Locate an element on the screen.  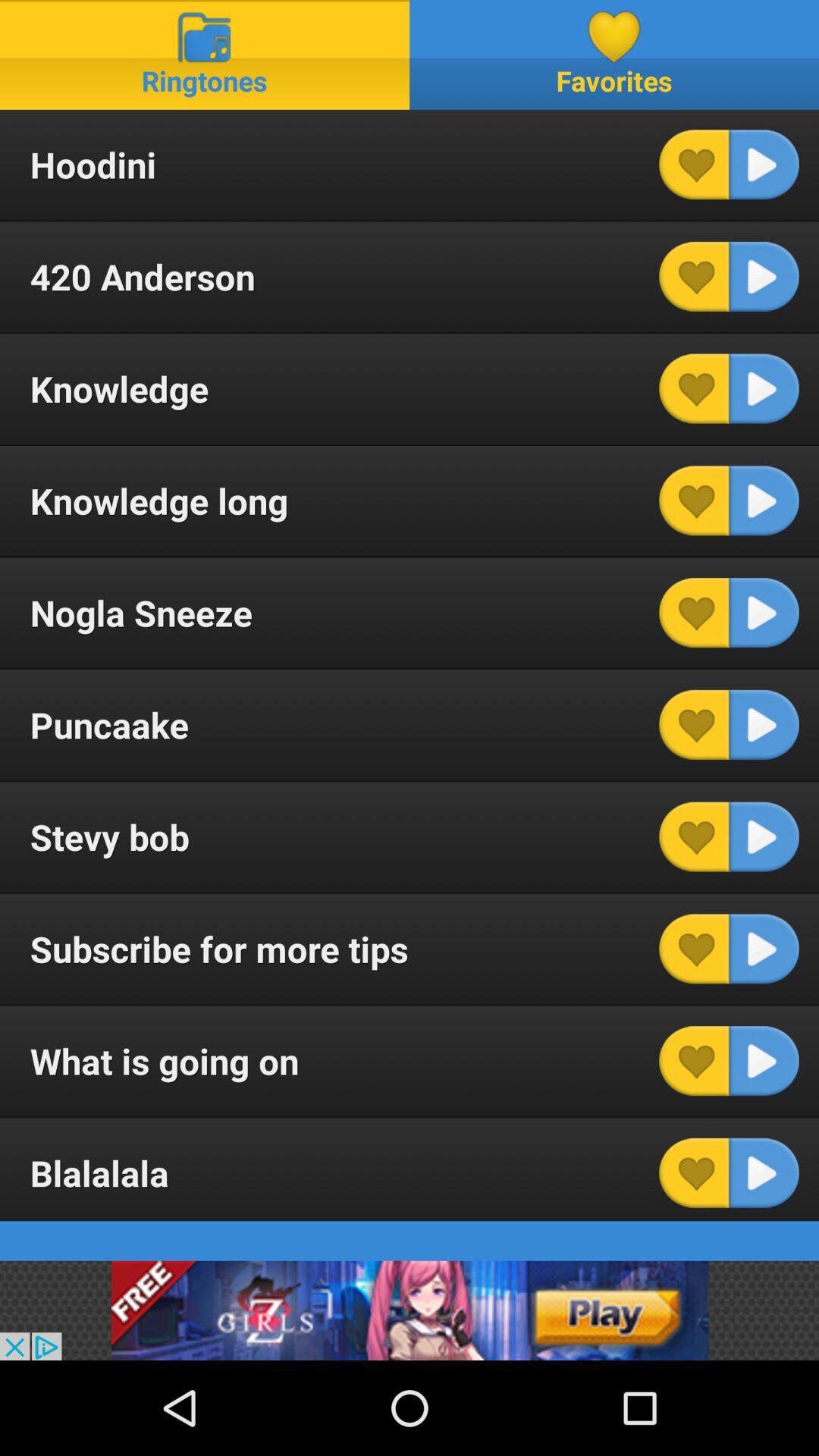
to favorites is located at coordinates (694, 165).